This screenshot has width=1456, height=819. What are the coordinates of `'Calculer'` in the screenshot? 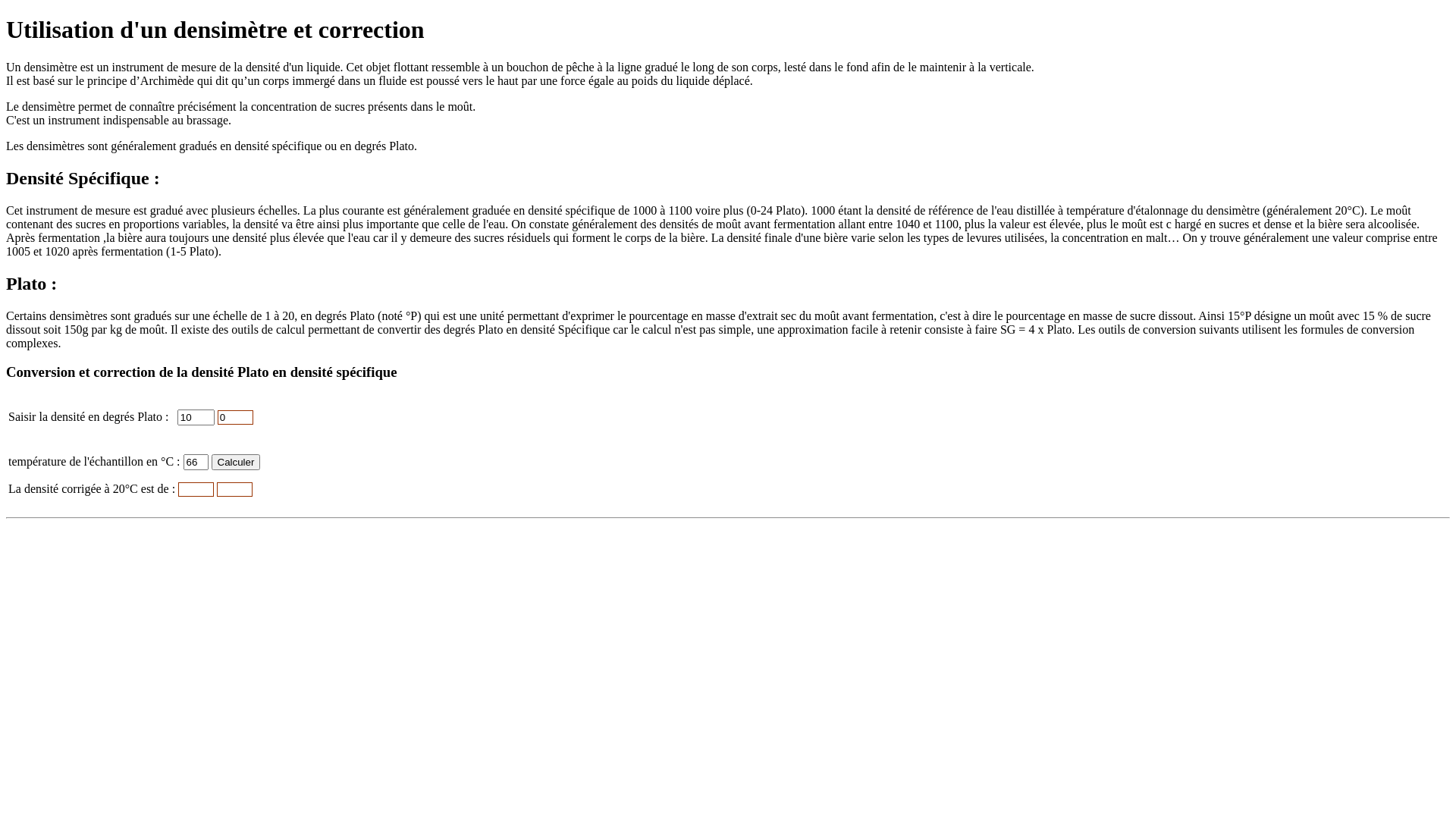 It's located at (235, 461).